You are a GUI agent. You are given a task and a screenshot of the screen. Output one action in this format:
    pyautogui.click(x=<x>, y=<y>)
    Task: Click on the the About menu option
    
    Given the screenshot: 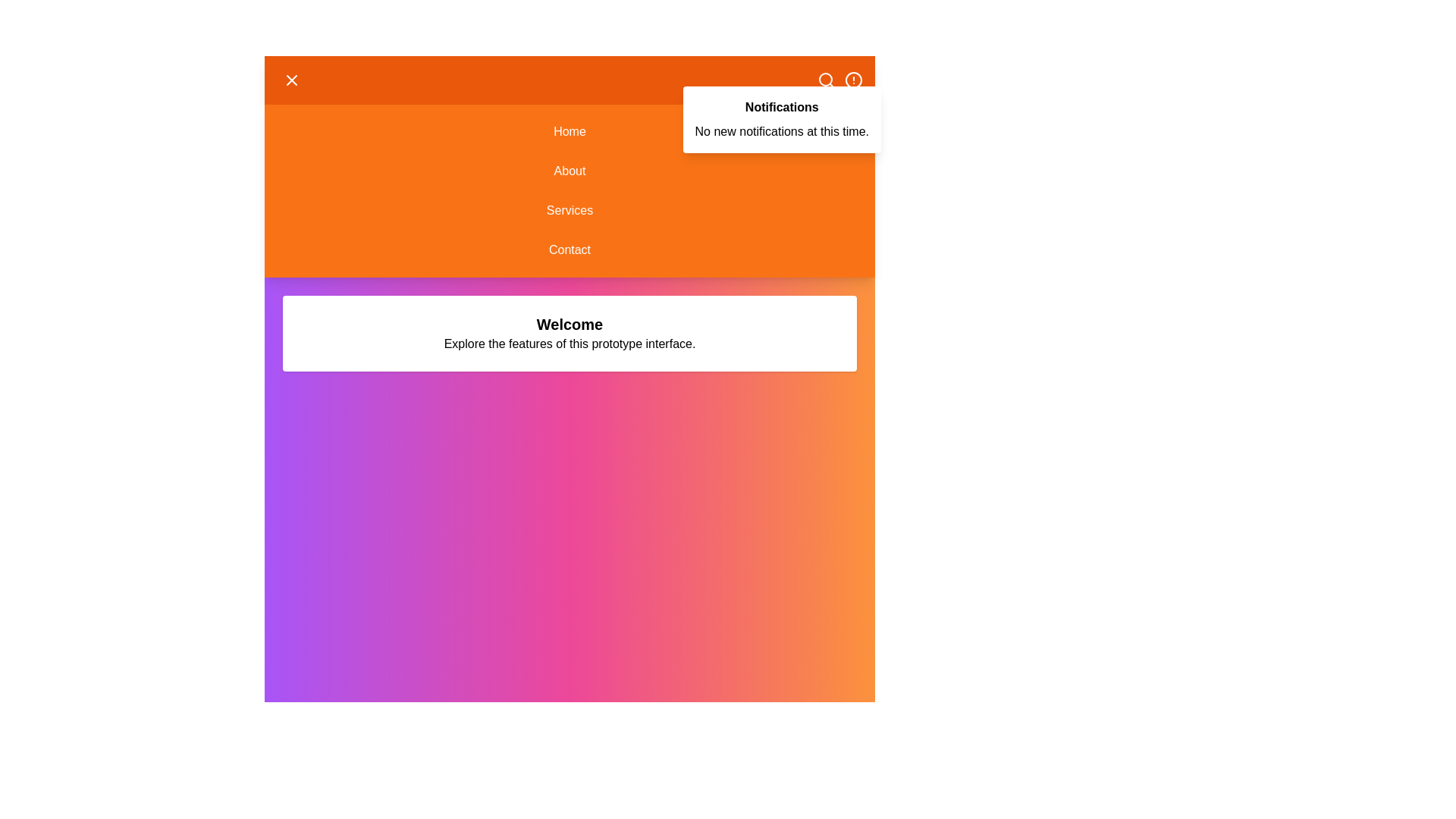 What is the action you would take?
    pyautogui.click(x=569, y=171)
    